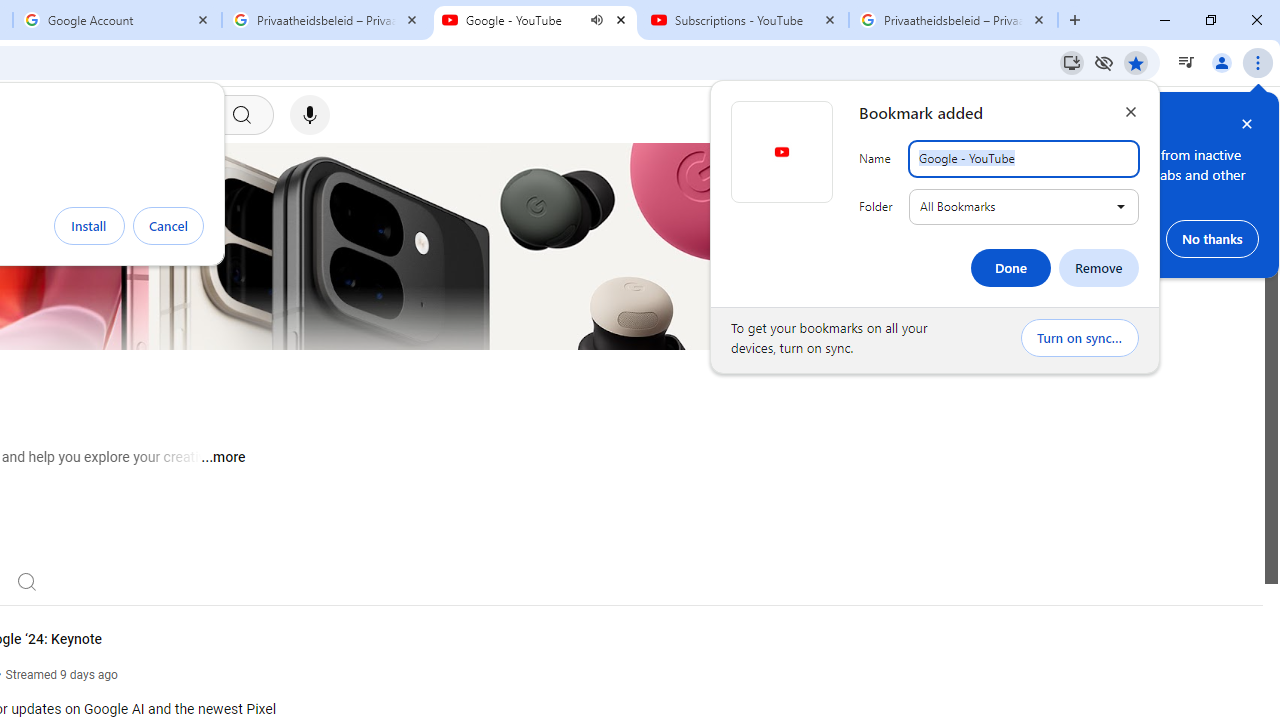  Describe the element at coordinates (88, 225) in the screenshot. I see `'Install'` at that location.